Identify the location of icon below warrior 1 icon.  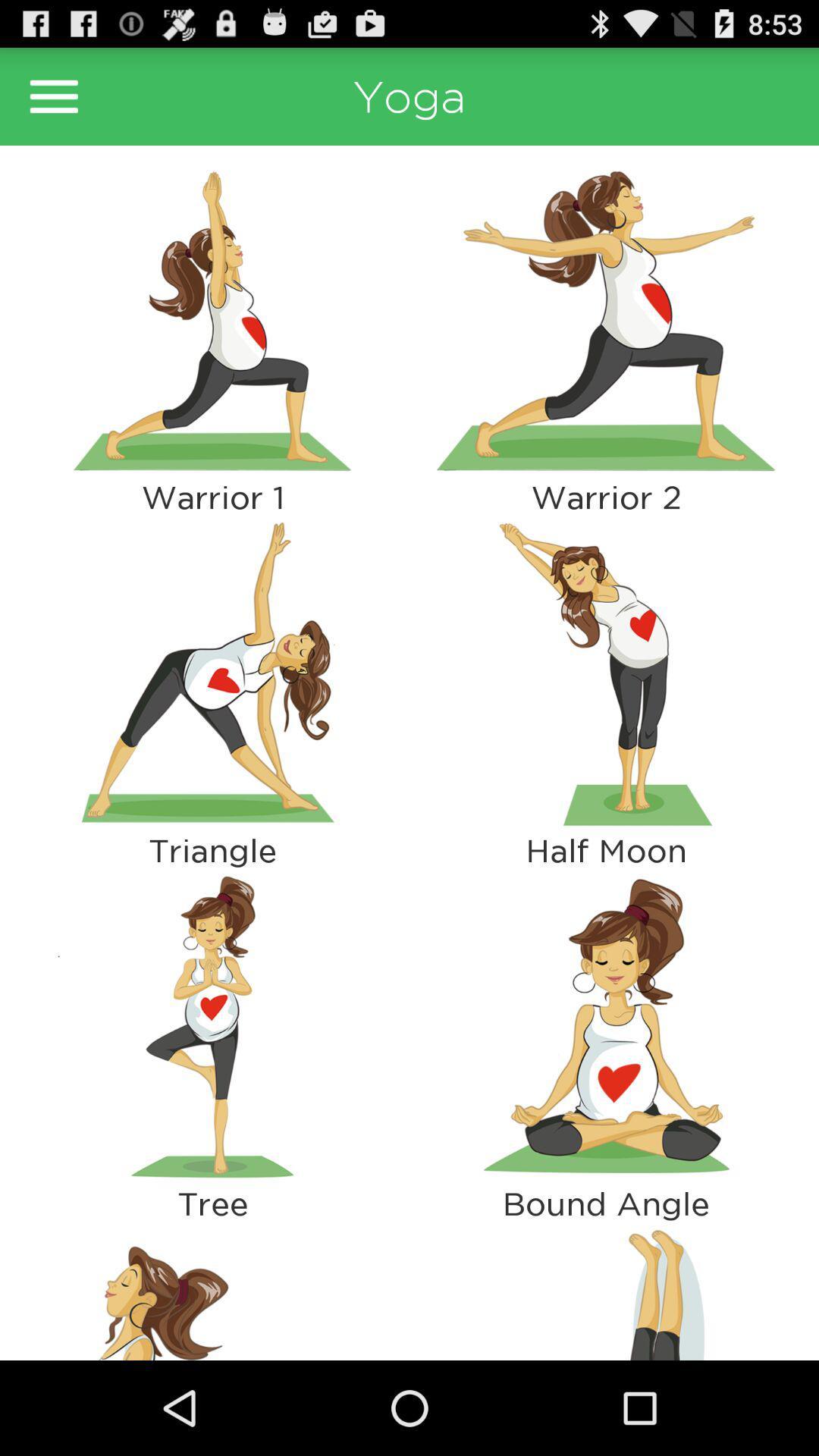
(212, 673).